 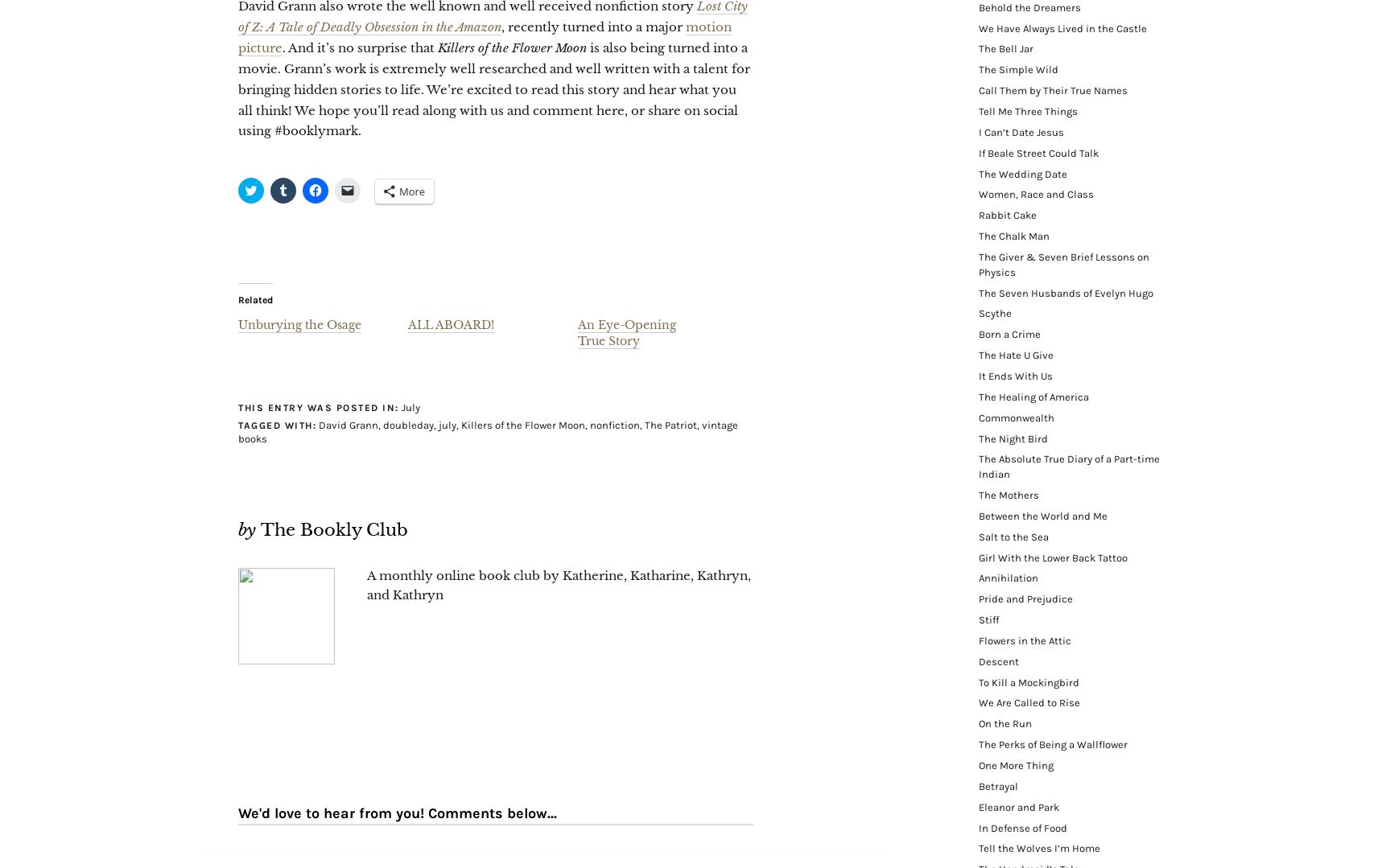 I want to click on 'We Are Called to Rise', so click(x=1029, y=701).